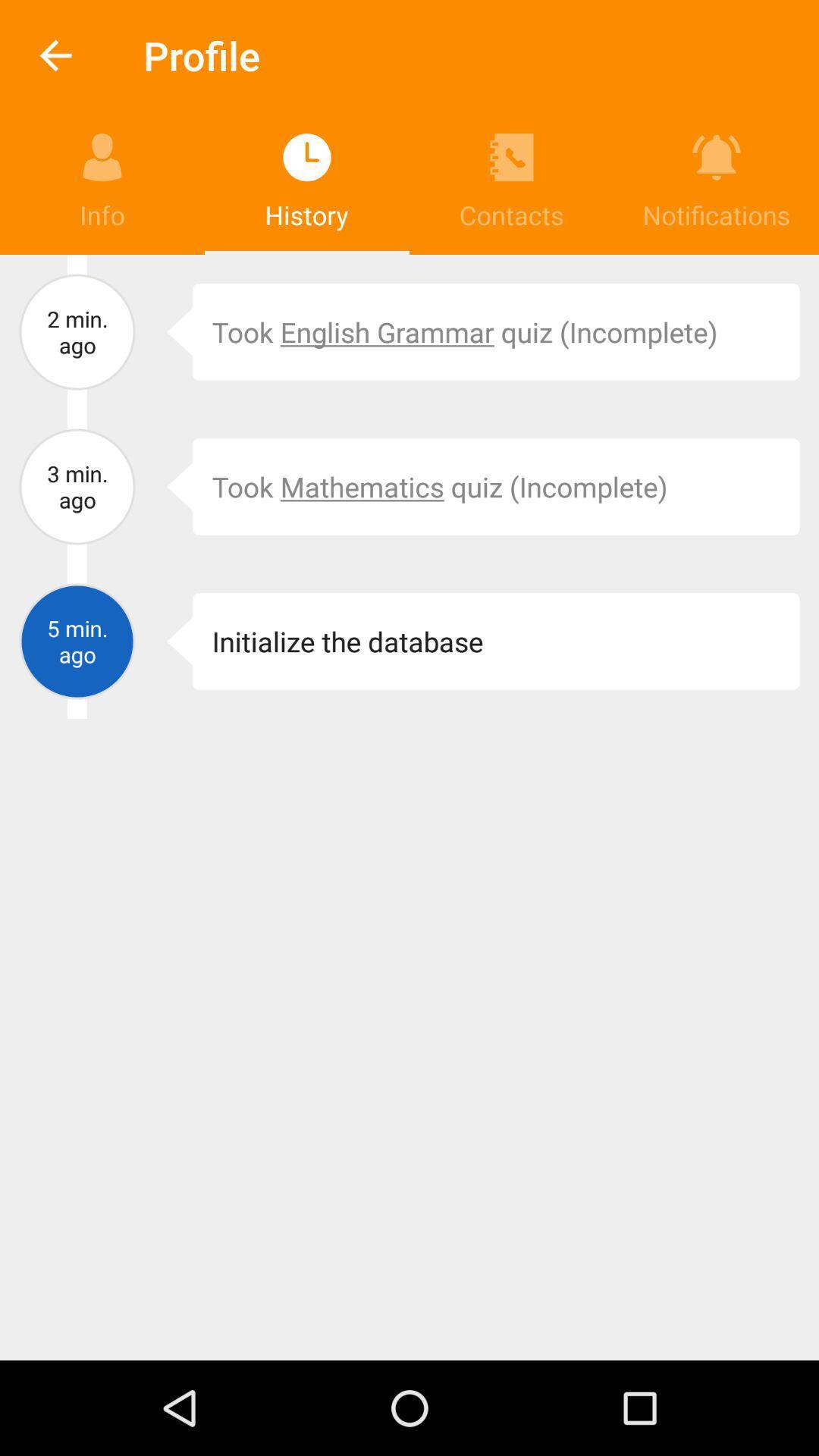  Describe the element at coordinates (168, 641) in the screenshot. I see `icon next to the initialize the database item` at that location.